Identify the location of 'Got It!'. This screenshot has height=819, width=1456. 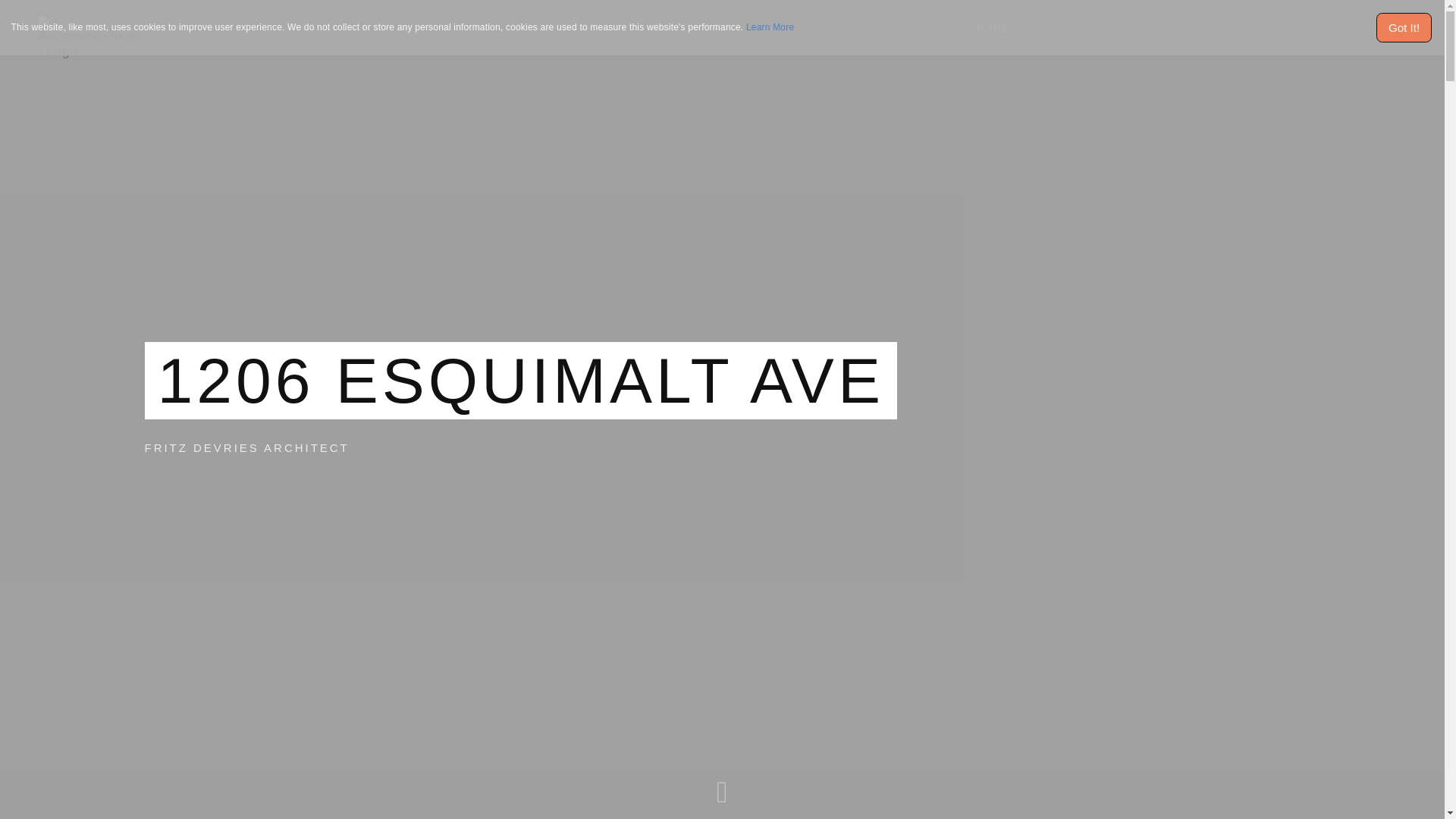
(1403, 27).